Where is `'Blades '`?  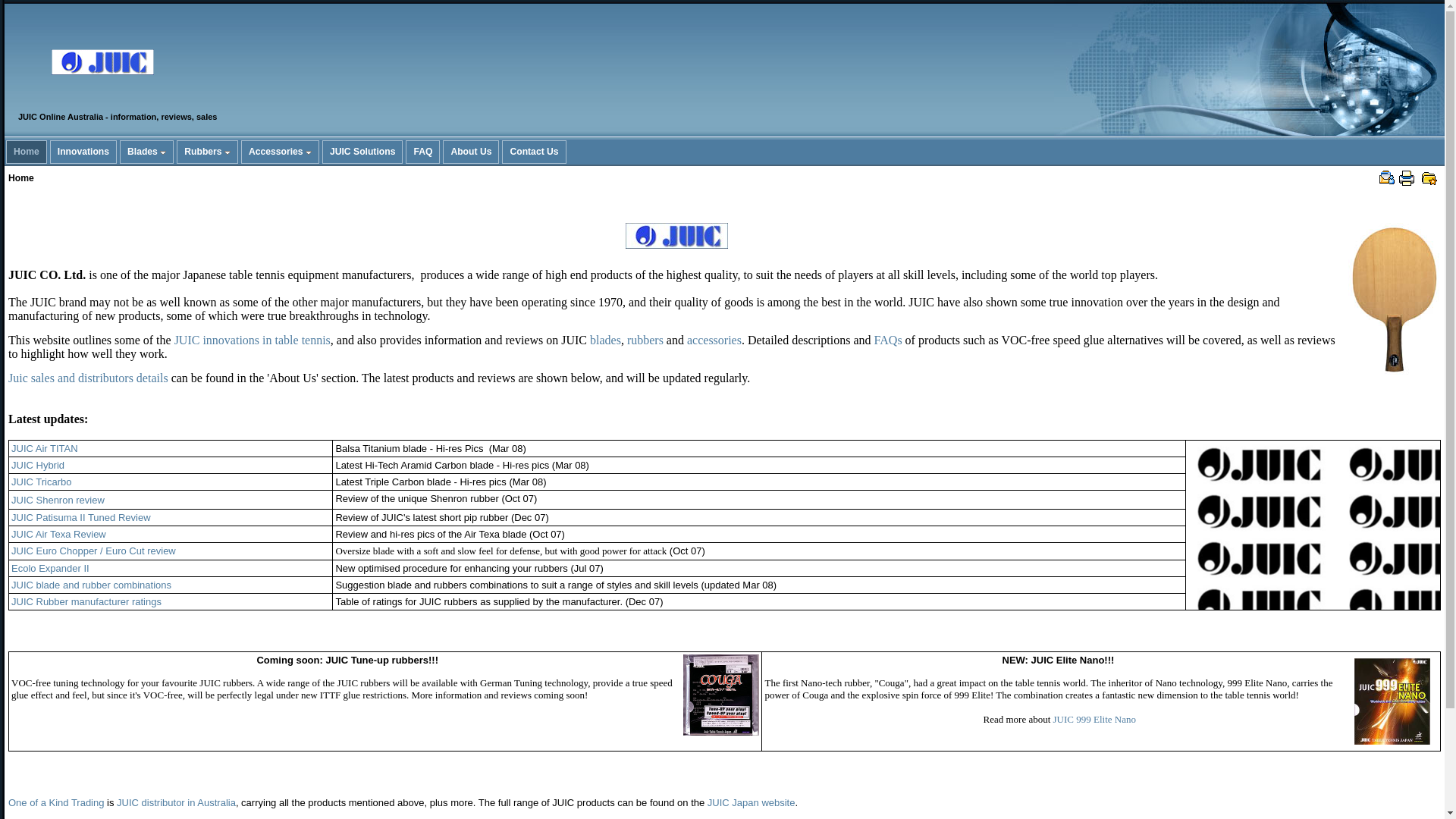
'Blades ' is located at coordinates (119, 152).